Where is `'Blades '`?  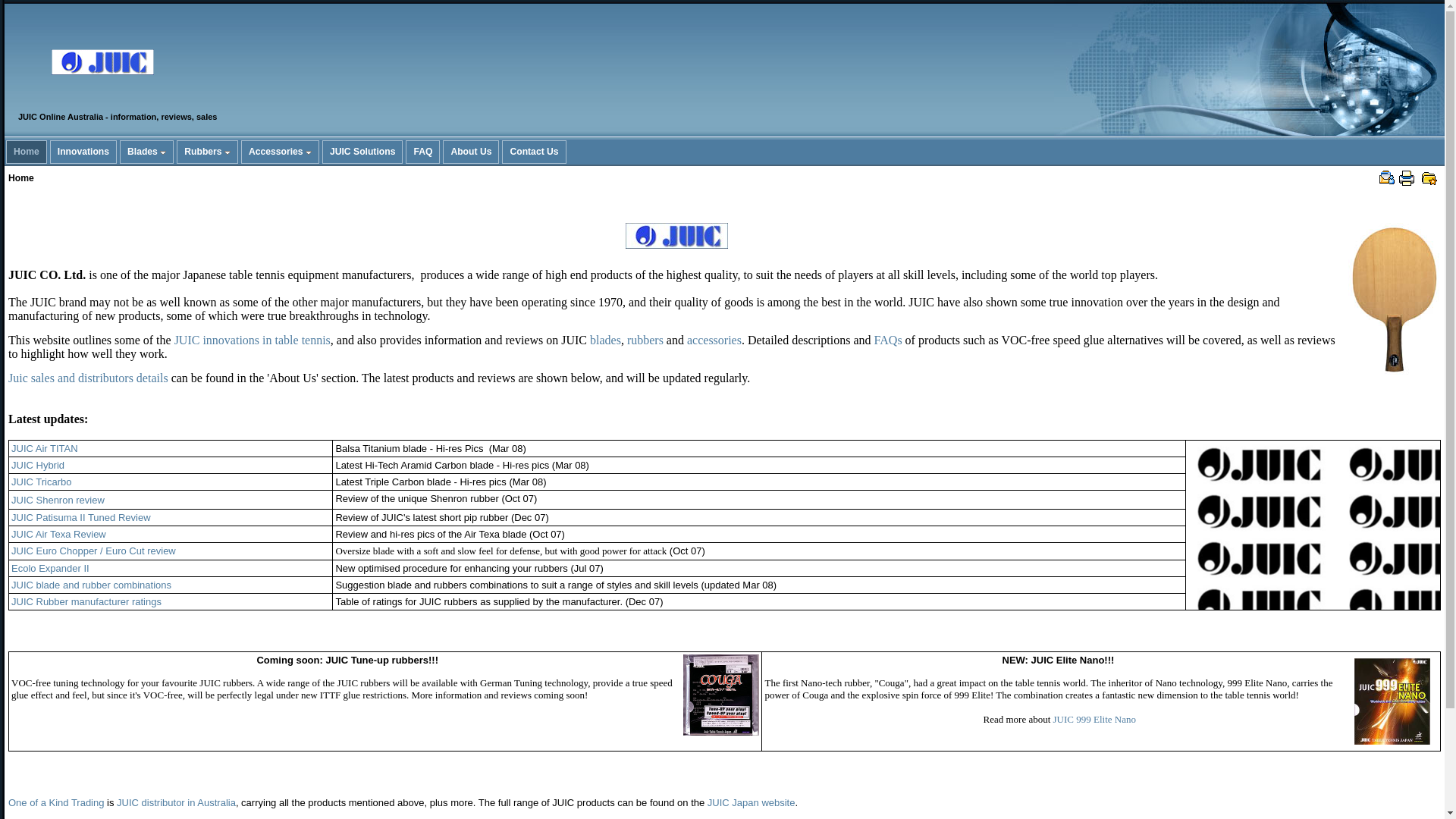
'Blades ' is located at coordinates (119, 152).